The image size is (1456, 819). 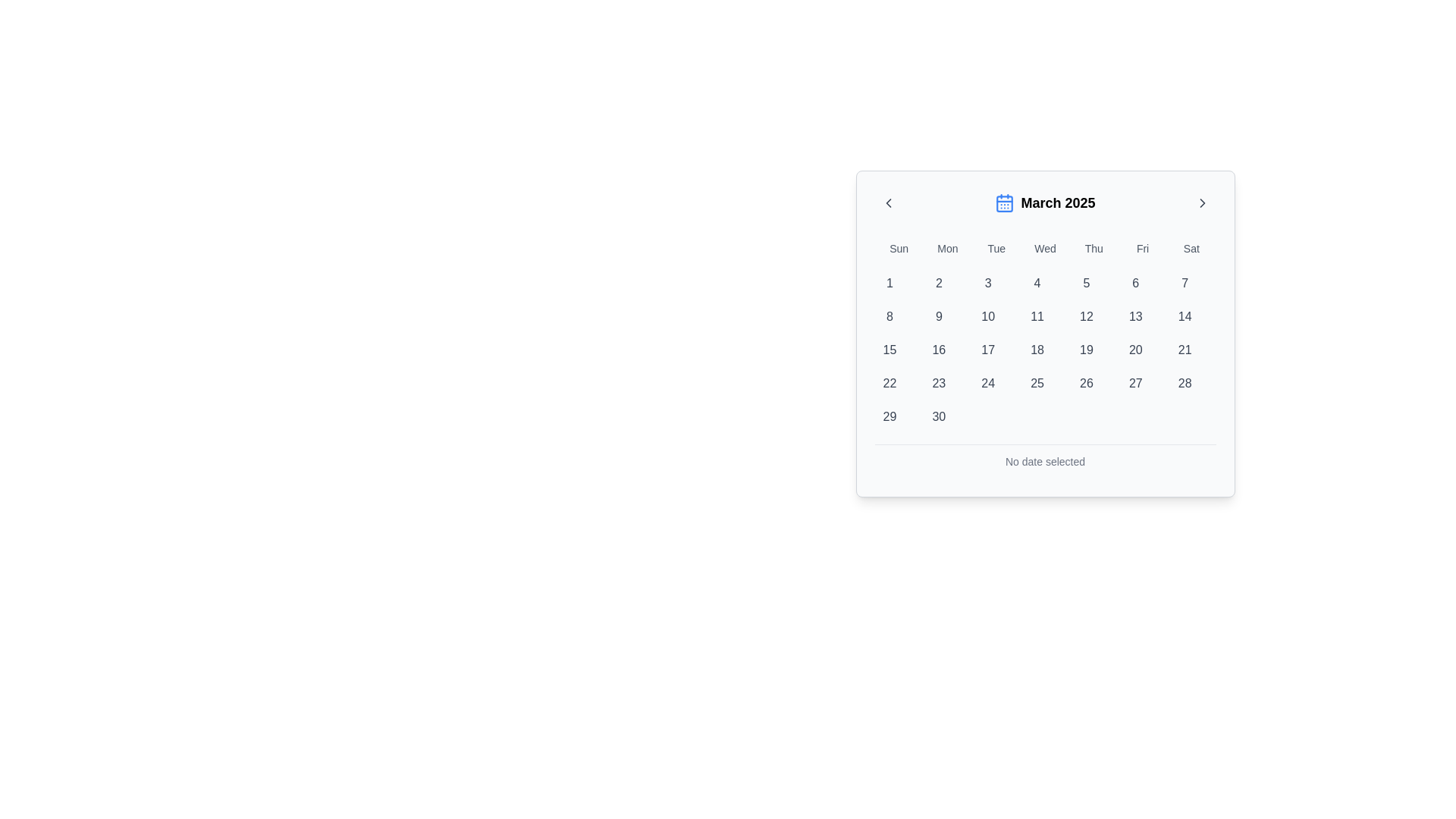 What do you see at coordinates (1044, 247) in the screenshot?
I see `the 'Wednesday' label in the calendar view, which is the fourth day of the week displayed at the top of the calendar` at bounding box center [1044, 247].